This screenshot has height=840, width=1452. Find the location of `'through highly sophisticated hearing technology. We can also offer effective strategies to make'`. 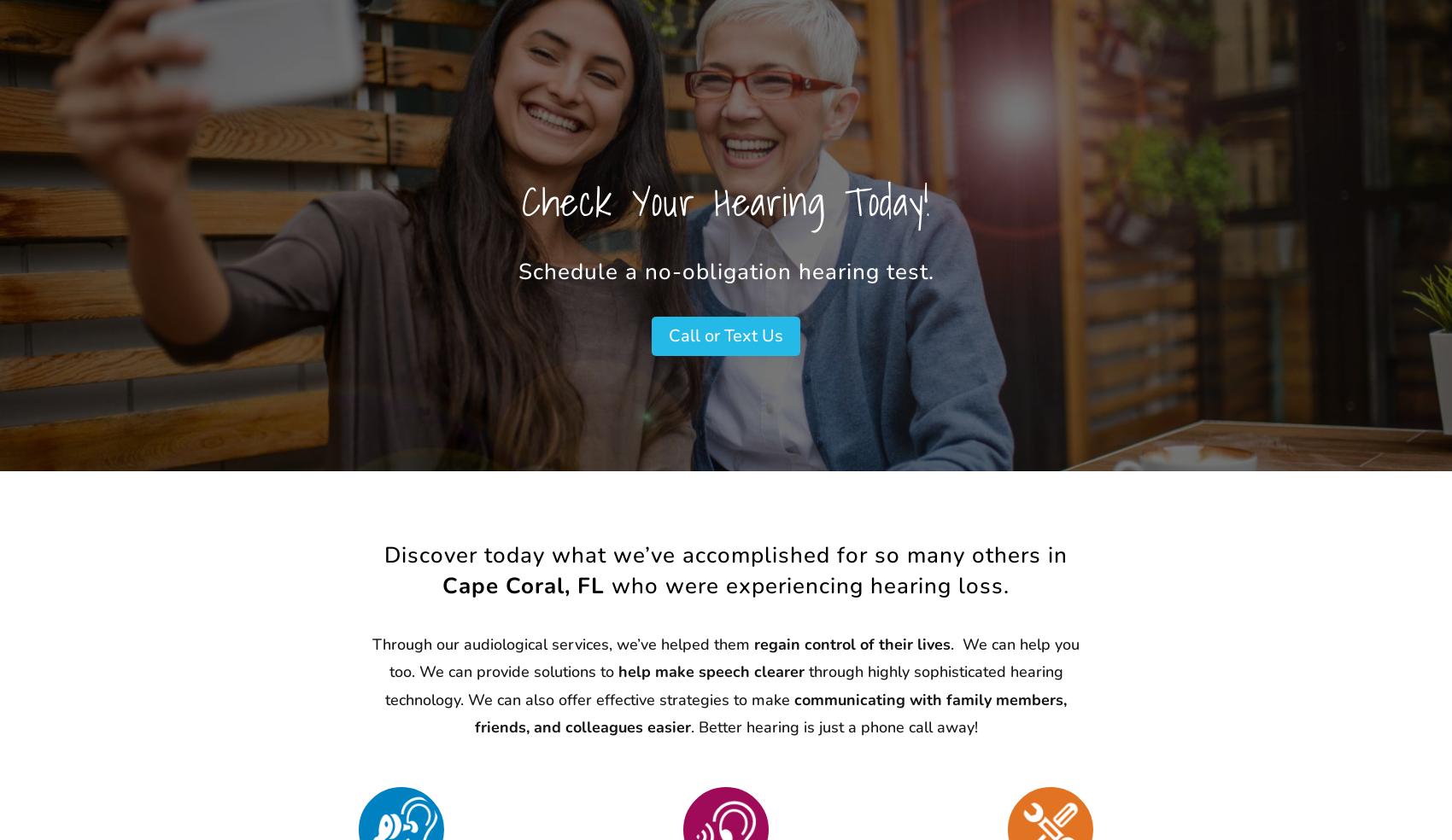

'through highly sophisticated hearing technology. We can also offer effective strategies to make' is located at coordinates (723, 685).